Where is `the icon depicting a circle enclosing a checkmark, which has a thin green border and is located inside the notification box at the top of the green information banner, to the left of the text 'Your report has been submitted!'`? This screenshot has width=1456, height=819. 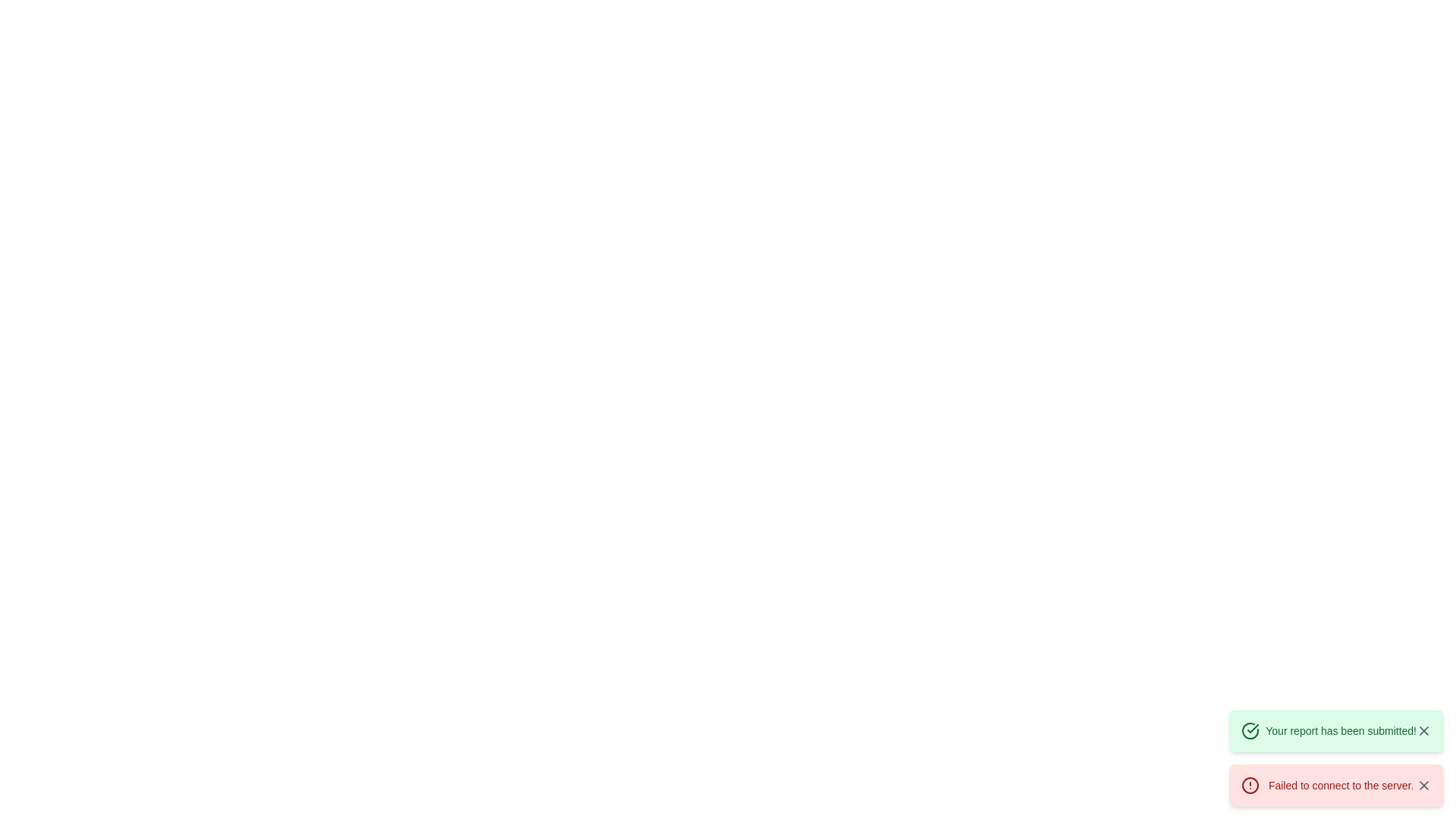 the icon depicting a circle enclosing a checkmark, which has a thin green border and is located inside the notification box at the top of the green information banner, to the left of the text 'Your report has been submitted!' is located at coordinates (1250, 730).